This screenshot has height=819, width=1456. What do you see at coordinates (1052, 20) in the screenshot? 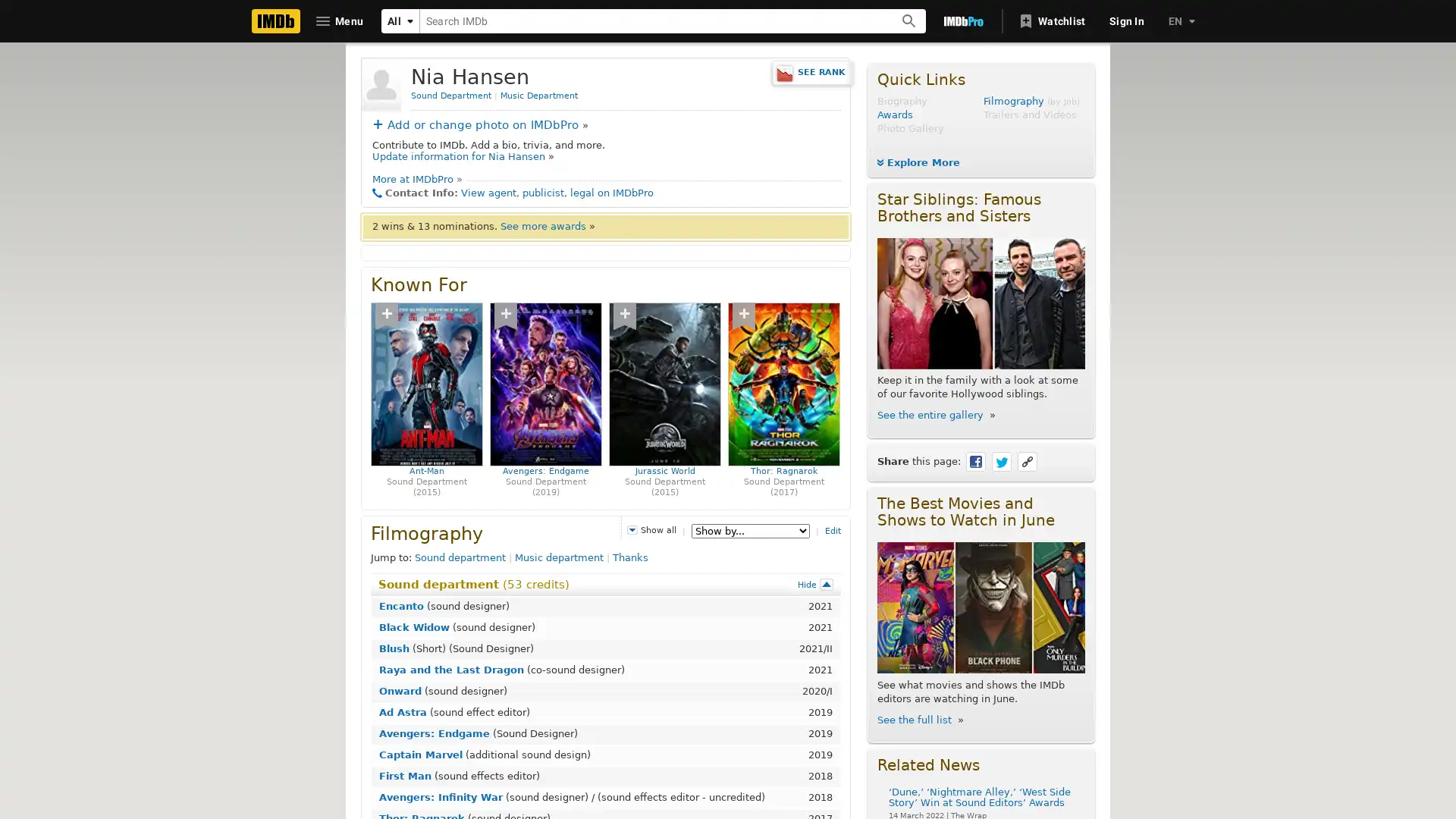
I see `Watchlist` at bounding box center [1052, 20].